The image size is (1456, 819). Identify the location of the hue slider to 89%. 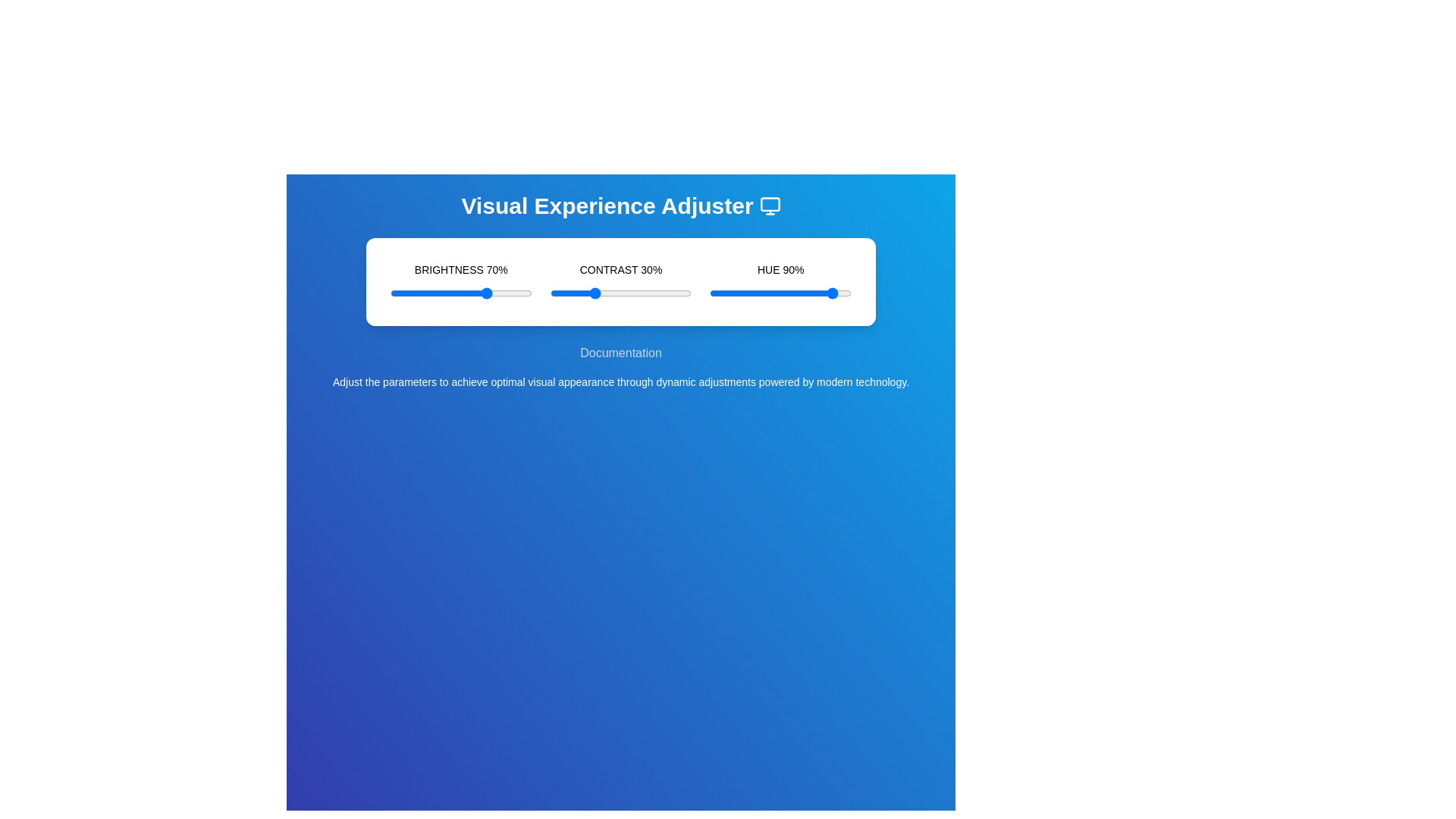
(835, 293).